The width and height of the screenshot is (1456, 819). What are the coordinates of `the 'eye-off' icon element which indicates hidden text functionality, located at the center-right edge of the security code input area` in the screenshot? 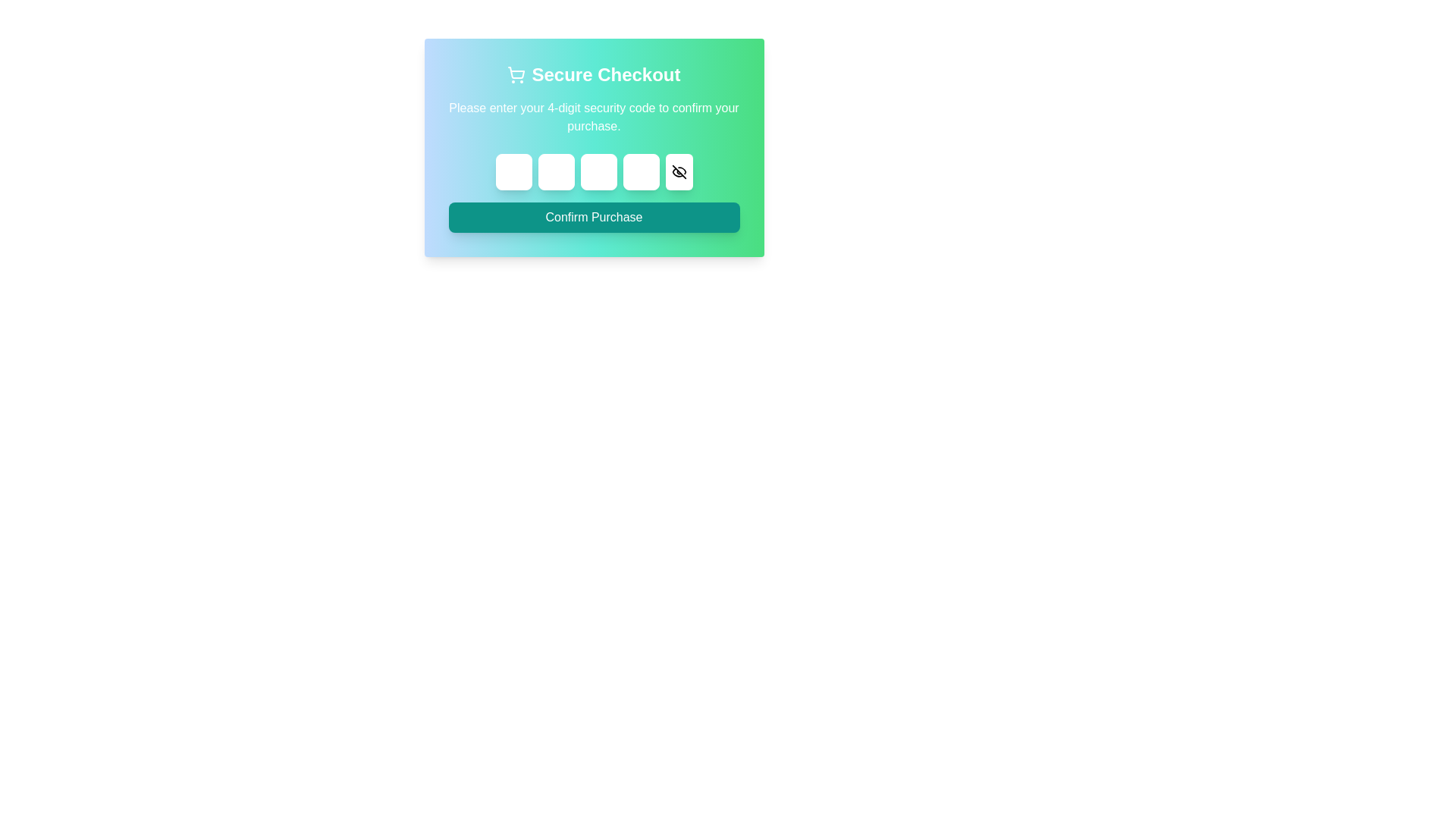 It's located at (676, 171).